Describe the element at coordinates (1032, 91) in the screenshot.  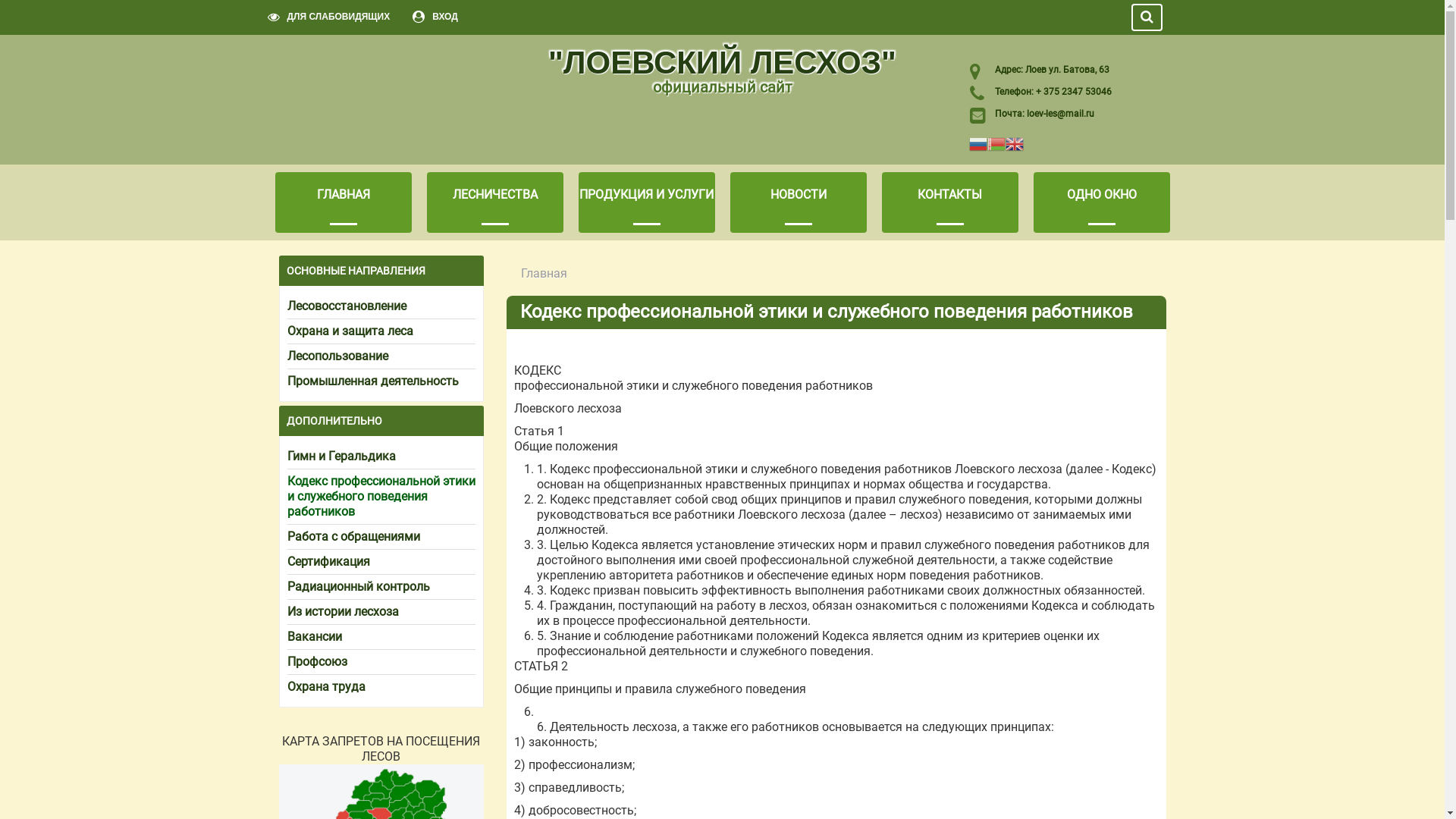
I see `'+ 375 2347 53046'` at that location.